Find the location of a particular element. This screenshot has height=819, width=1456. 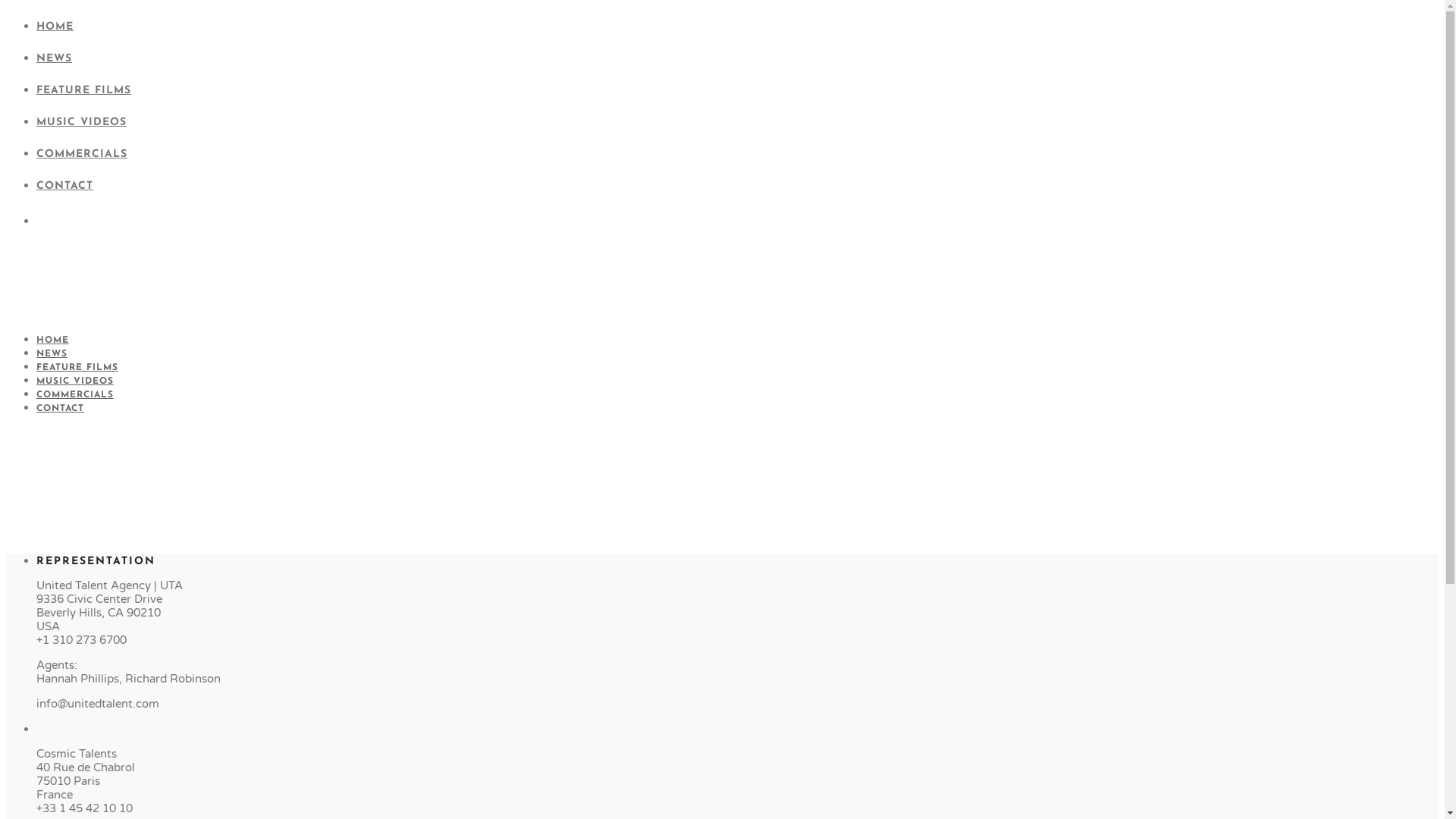

'HOME' is located at coordinates (52, 339).